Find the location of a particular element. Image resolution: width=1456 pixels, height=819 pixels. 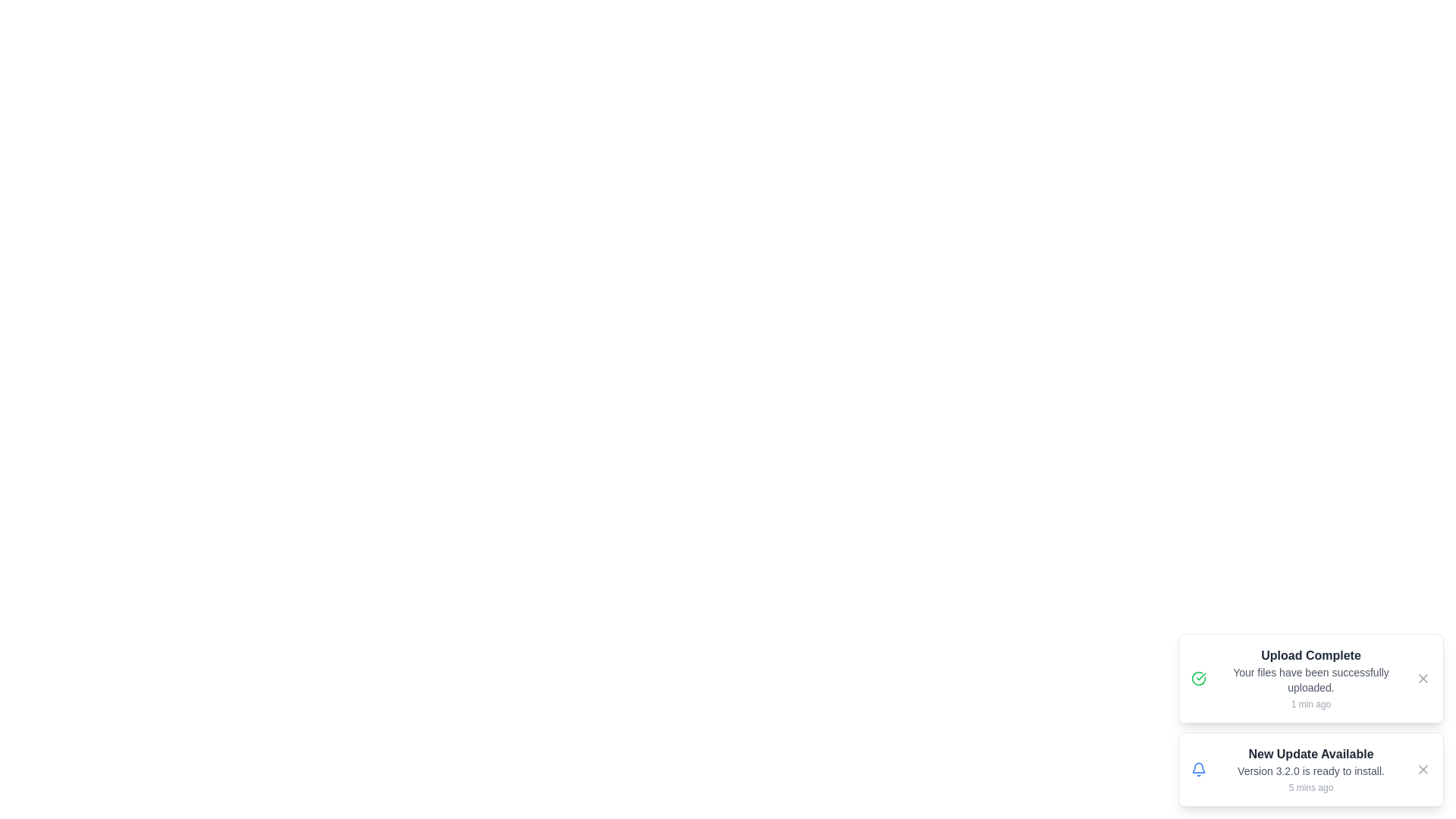

notification message about the new software update located in the bottom-right corner of the interface, within a white, rounded background card, below the 'Upload Complete' card is located at coordinates (1310, 769).